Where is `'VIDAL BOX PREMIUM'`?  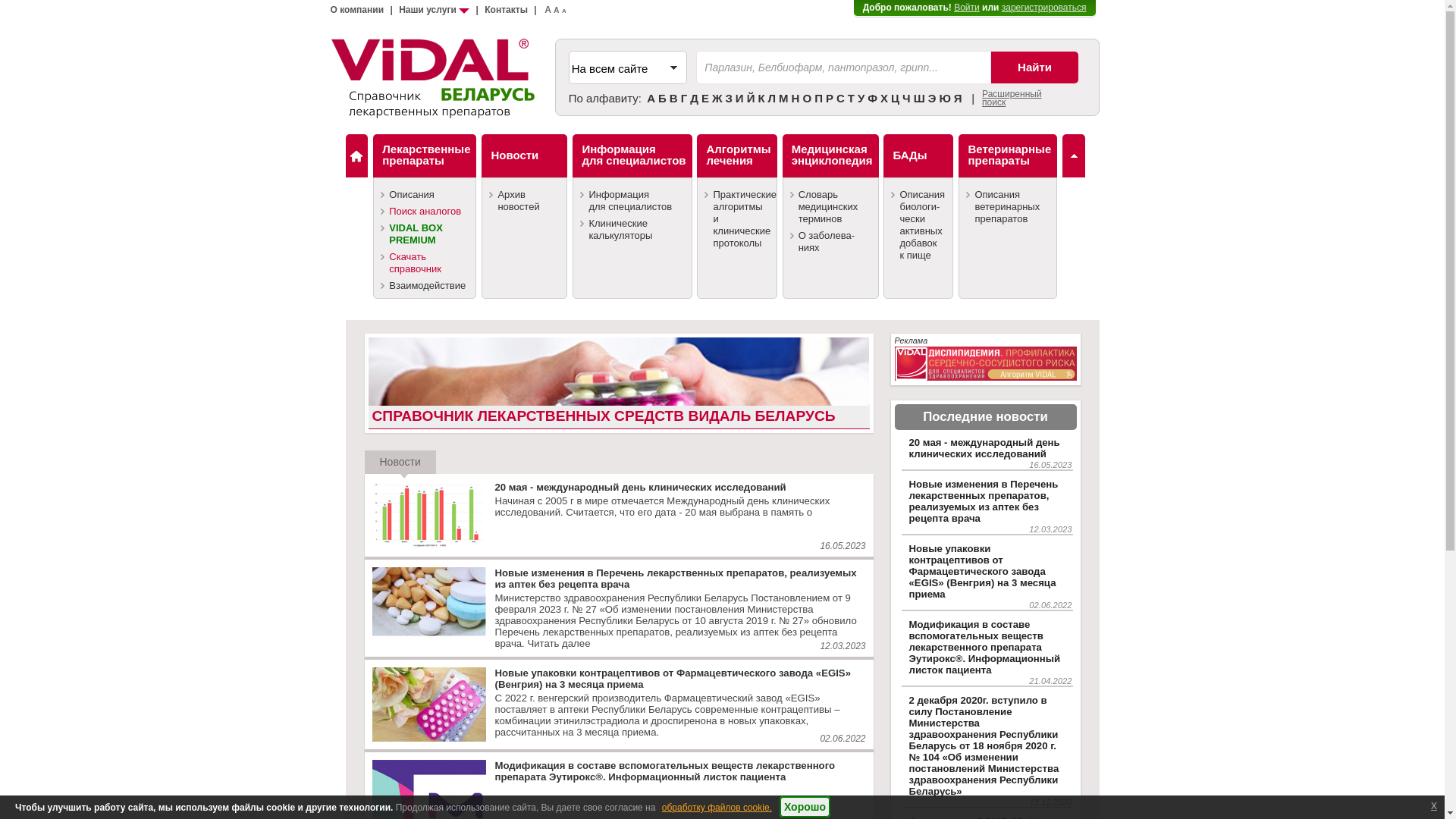 'VIDAL BOX PREMIUM' is located at coordinates (425, 234).